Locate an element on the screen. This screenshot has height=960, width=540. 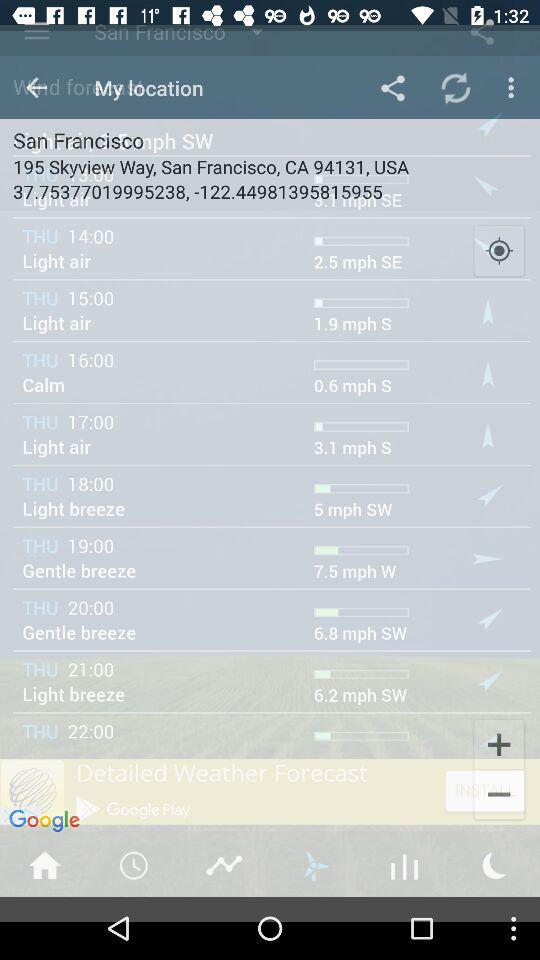
the location_crosshair icon is located at coordinates (498, 226).